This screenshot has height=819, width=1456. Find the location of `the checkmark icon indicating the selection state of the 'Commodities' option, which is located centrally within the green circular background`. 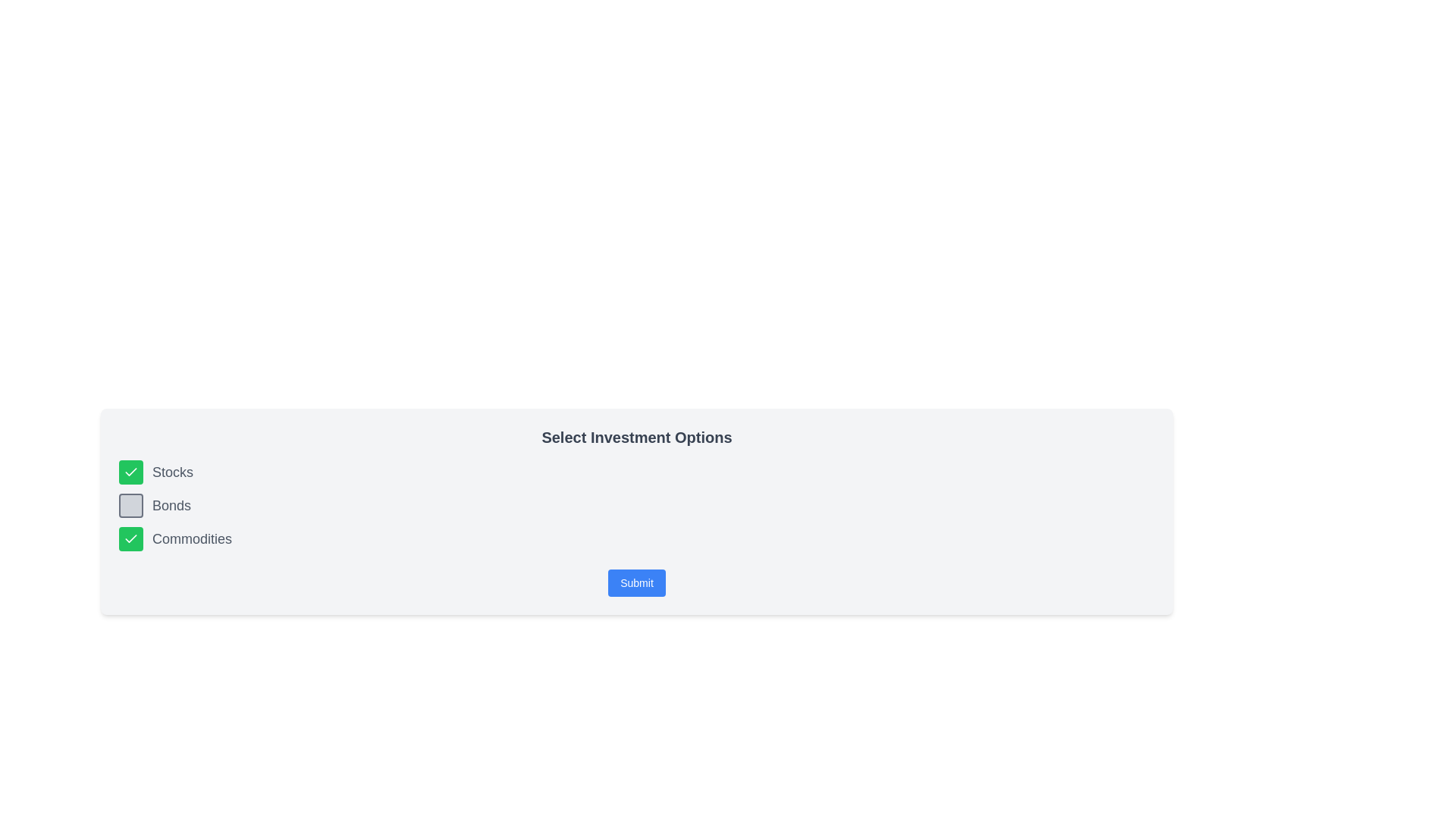

the checkmark icon indicating the selection state of the 'Commodities' option, which is located centrally within the green circular background is located at coordinates (130, 538).